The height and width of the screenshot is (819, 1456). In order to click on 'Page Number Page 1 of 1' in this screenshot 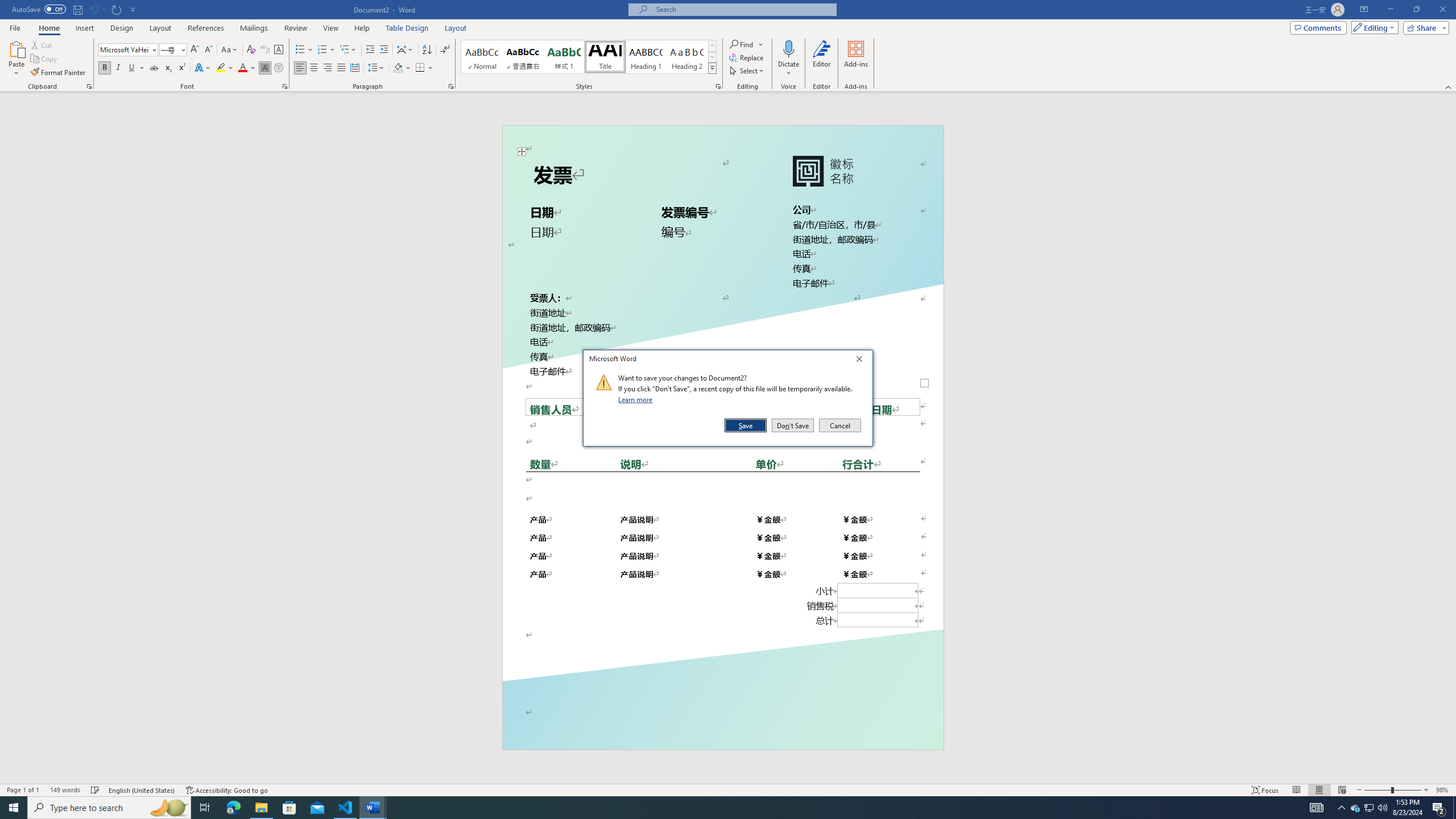, I will do `click(23, 790)`.